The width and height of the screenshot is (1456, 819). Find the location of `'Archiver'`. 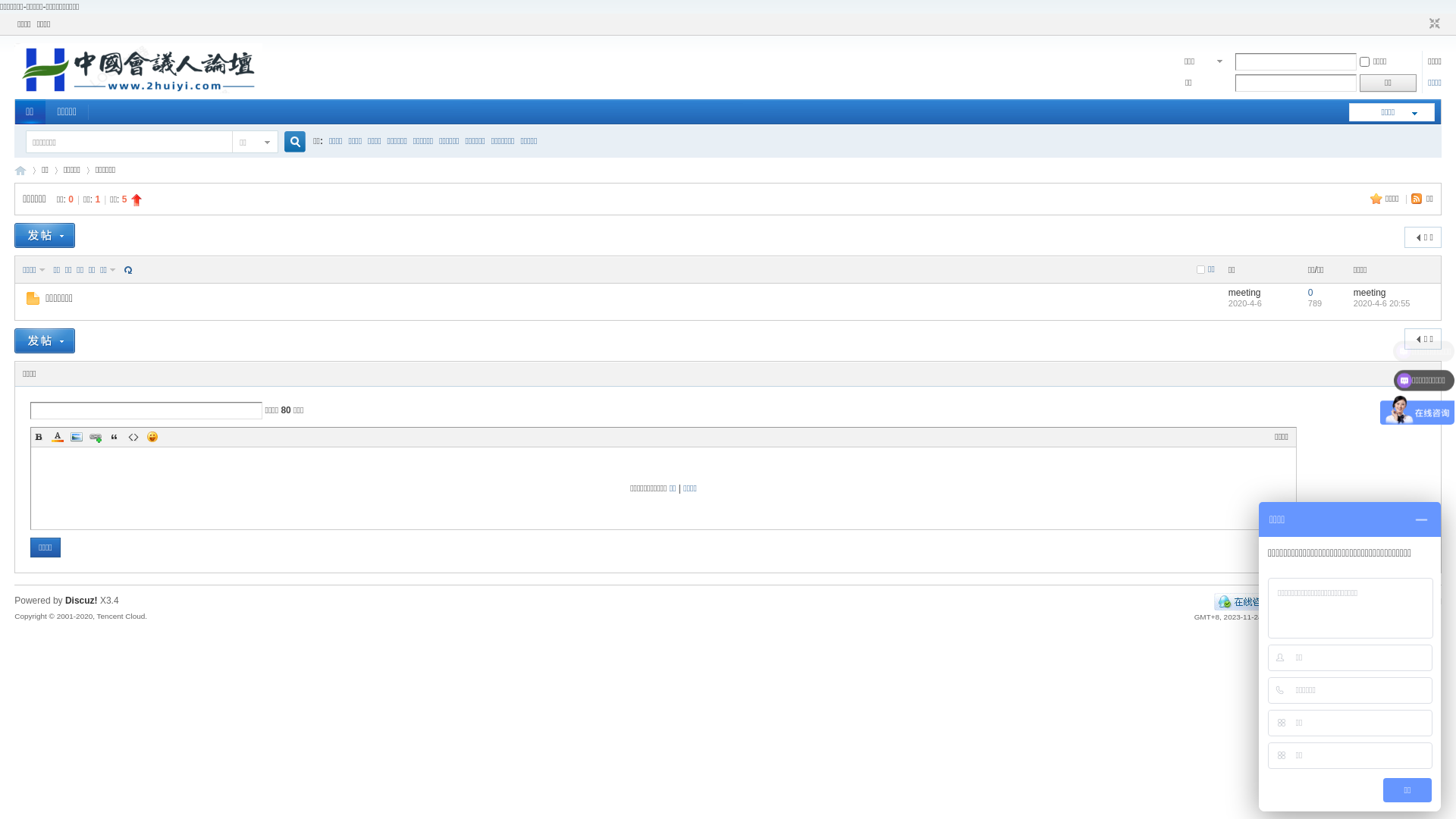

'Archiver' is located at coordinates (1301, 601).